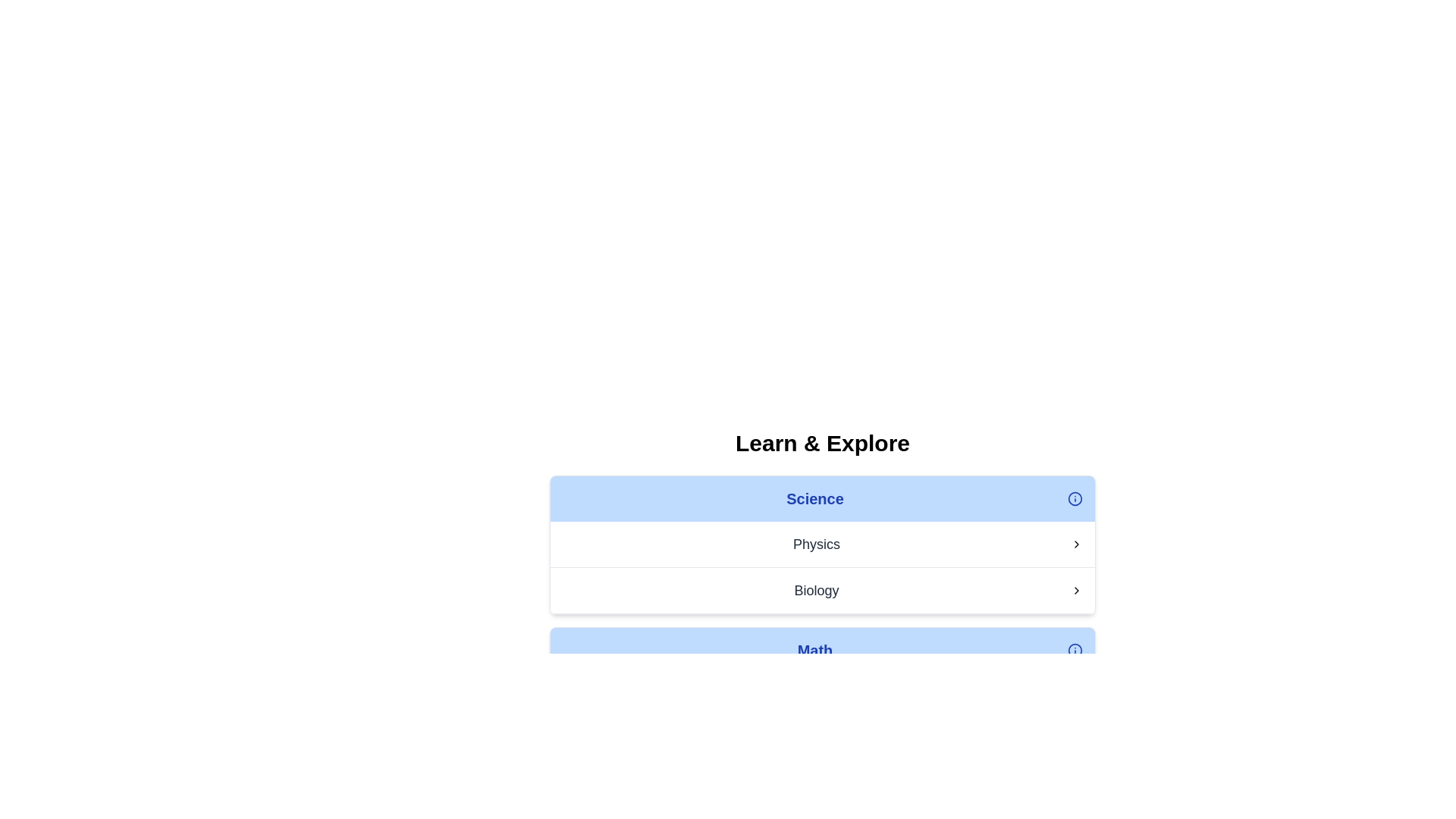  Describe the element at coordinates (821, 590) in the screenshot. I see `the second list item under the 'Science' section, which is related to 'Biology'` at that location.